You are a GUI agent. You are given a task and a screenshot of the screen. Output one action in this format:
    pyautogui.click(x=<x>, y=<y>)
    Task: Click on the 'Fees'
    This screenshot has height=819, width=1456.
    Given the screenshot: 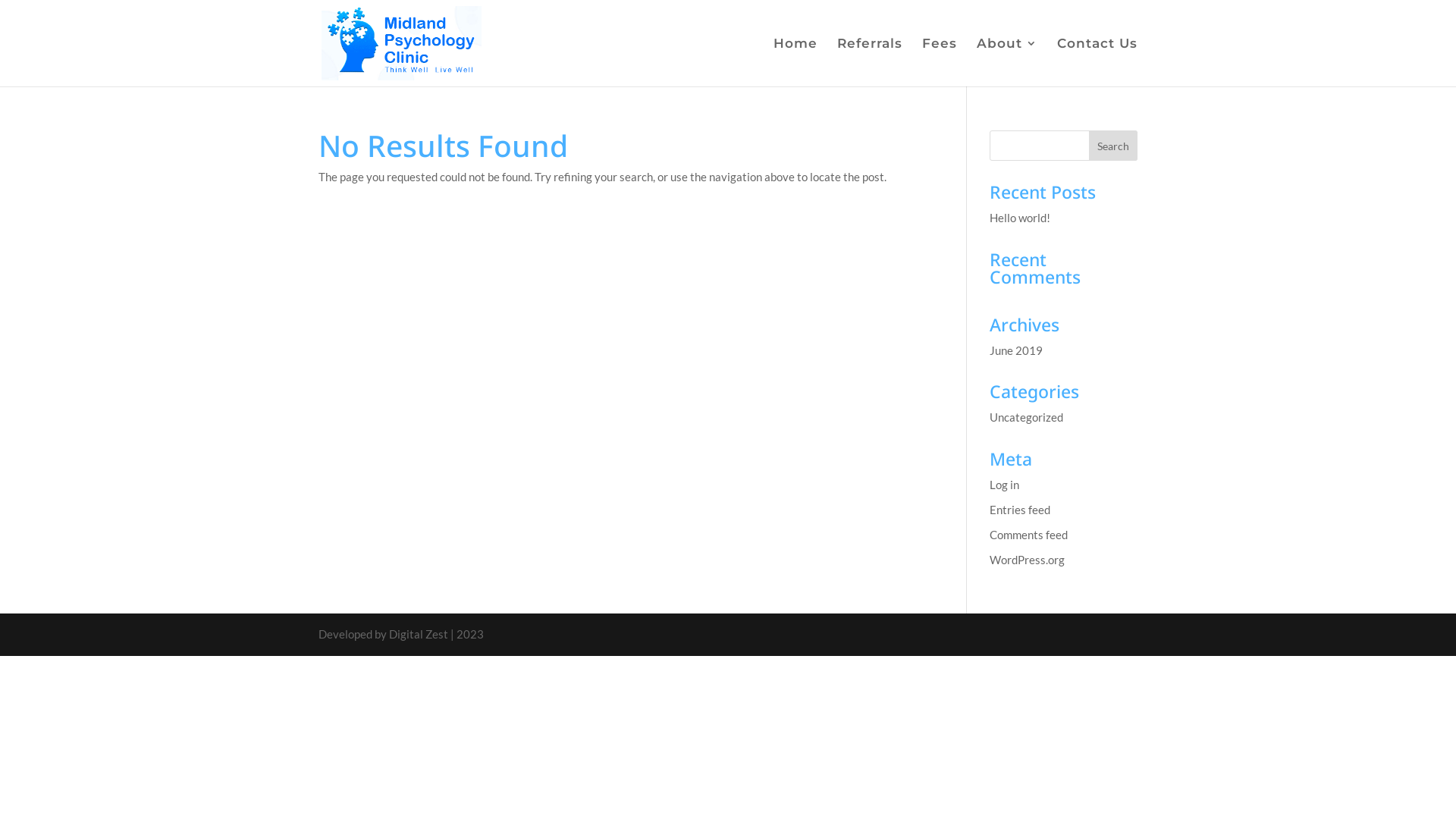 What is the action you would take?
    pyautogui.click(x=938, y=61)
    